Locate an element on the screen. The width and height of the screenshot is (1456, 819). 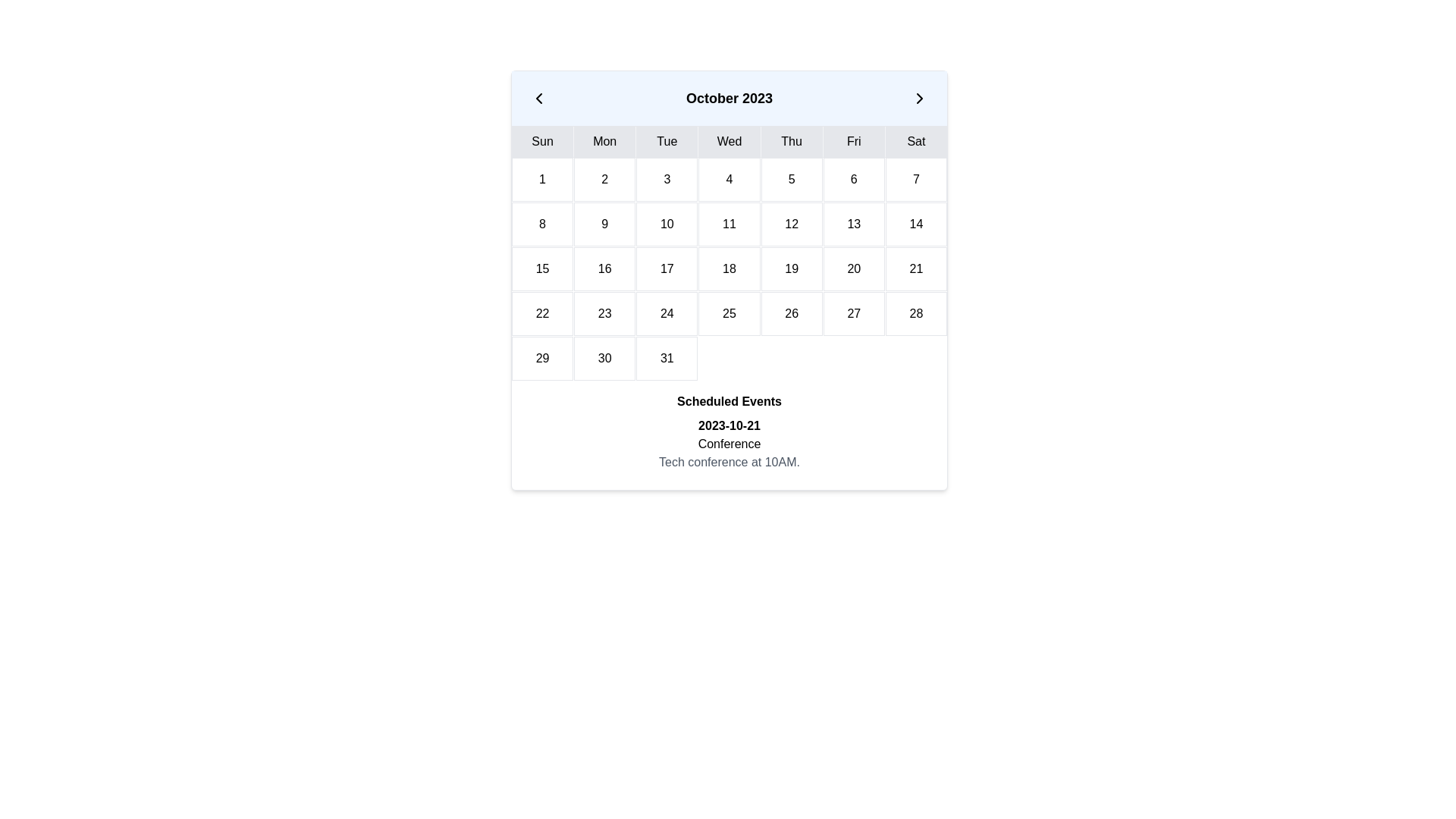
the left chevron icon button with a black outline, located on the left-hand side of the panel header, to trigger visual feedback indicating interactivity is located at coordinates (538, 99).